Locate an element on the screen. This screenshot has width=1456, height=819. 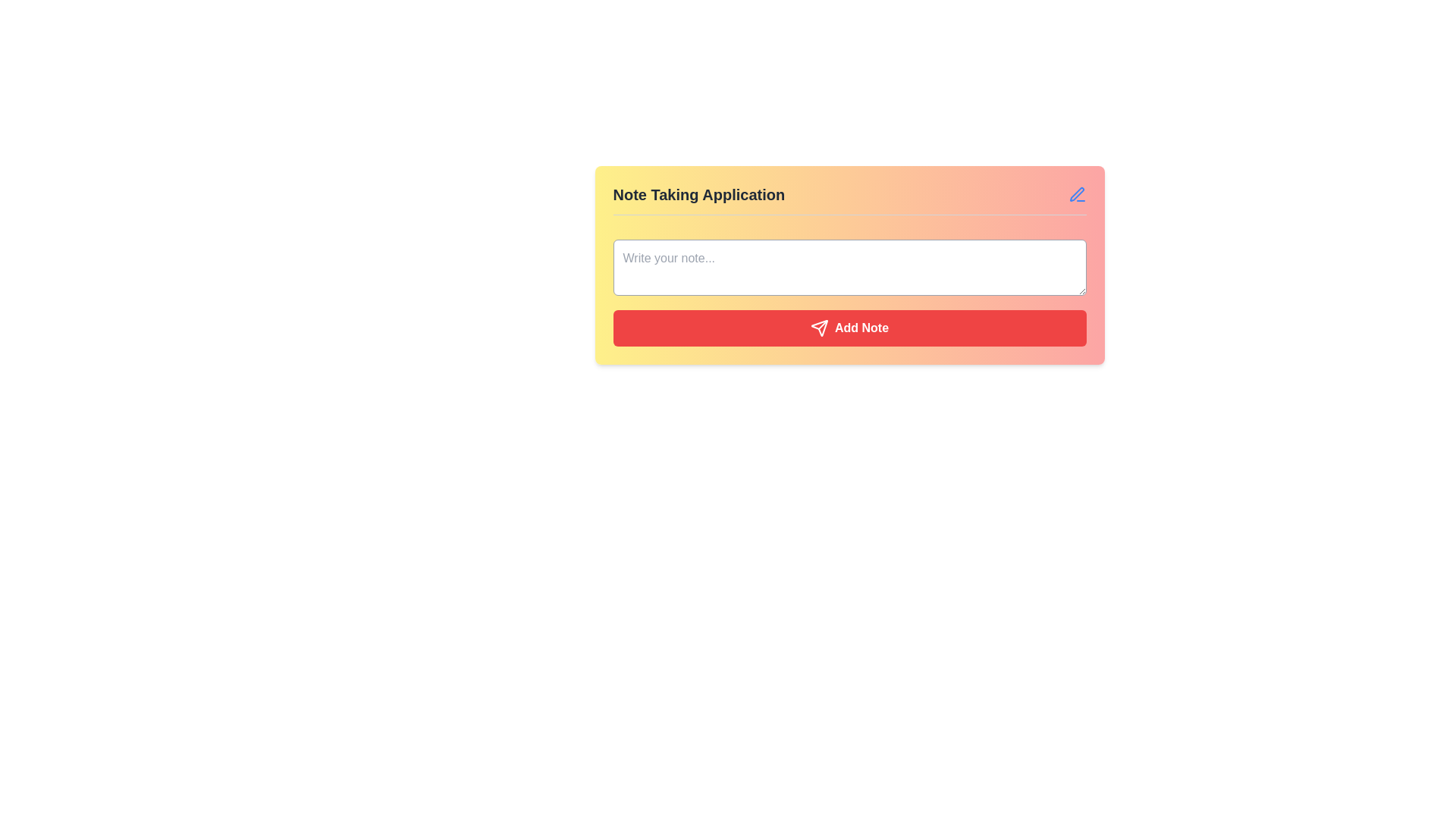
the button located at the bottom of the 'Note Taking Application' card is located at coordinates (849, 327).